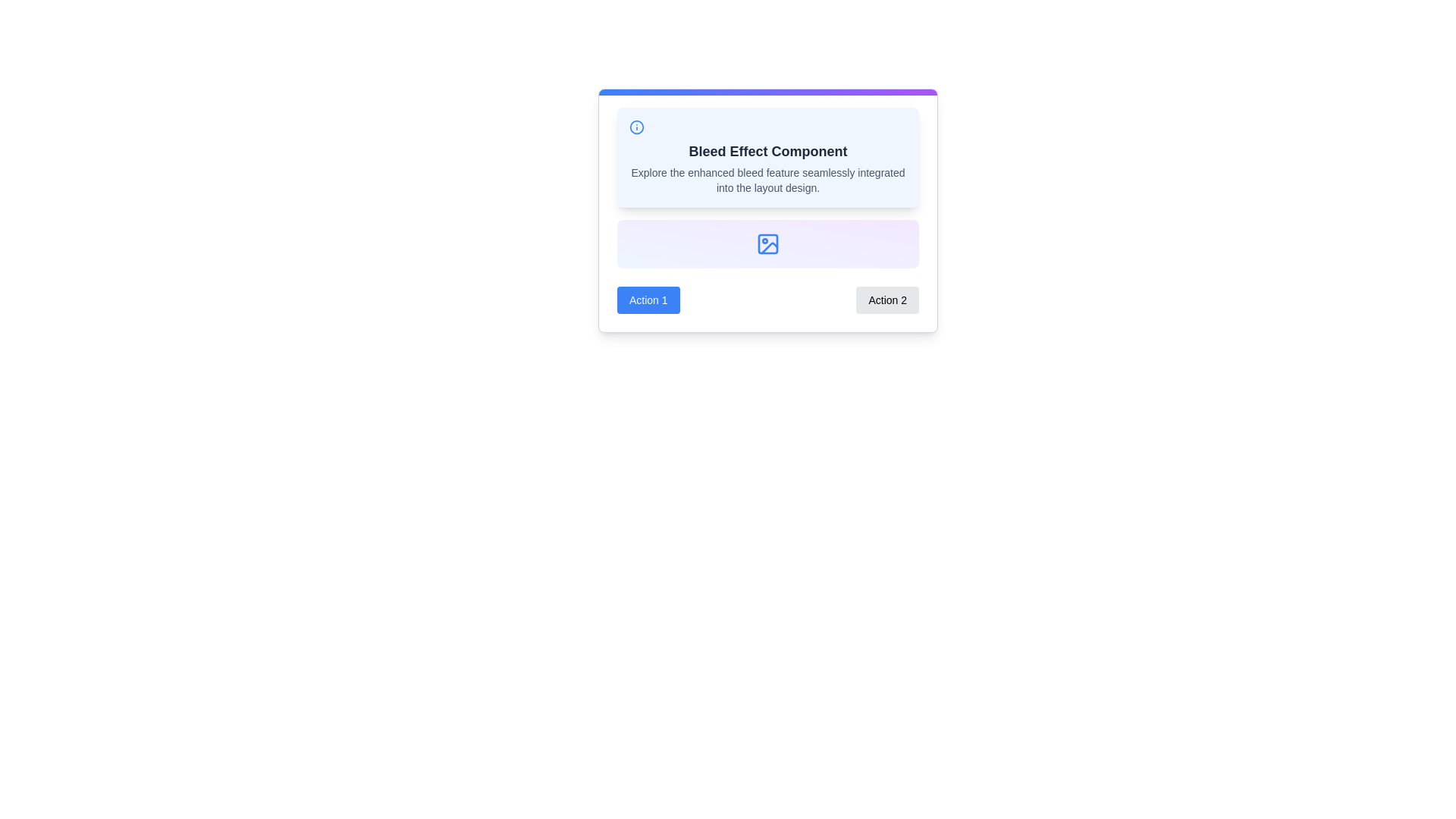  What do you see at coordinates (637, 127) in the screenshot?
I see `the blue circular icon with an outlined style located at the top-left corner of the card above the title text 'Bleed Effect Component'` at bounding box center [637, 127].